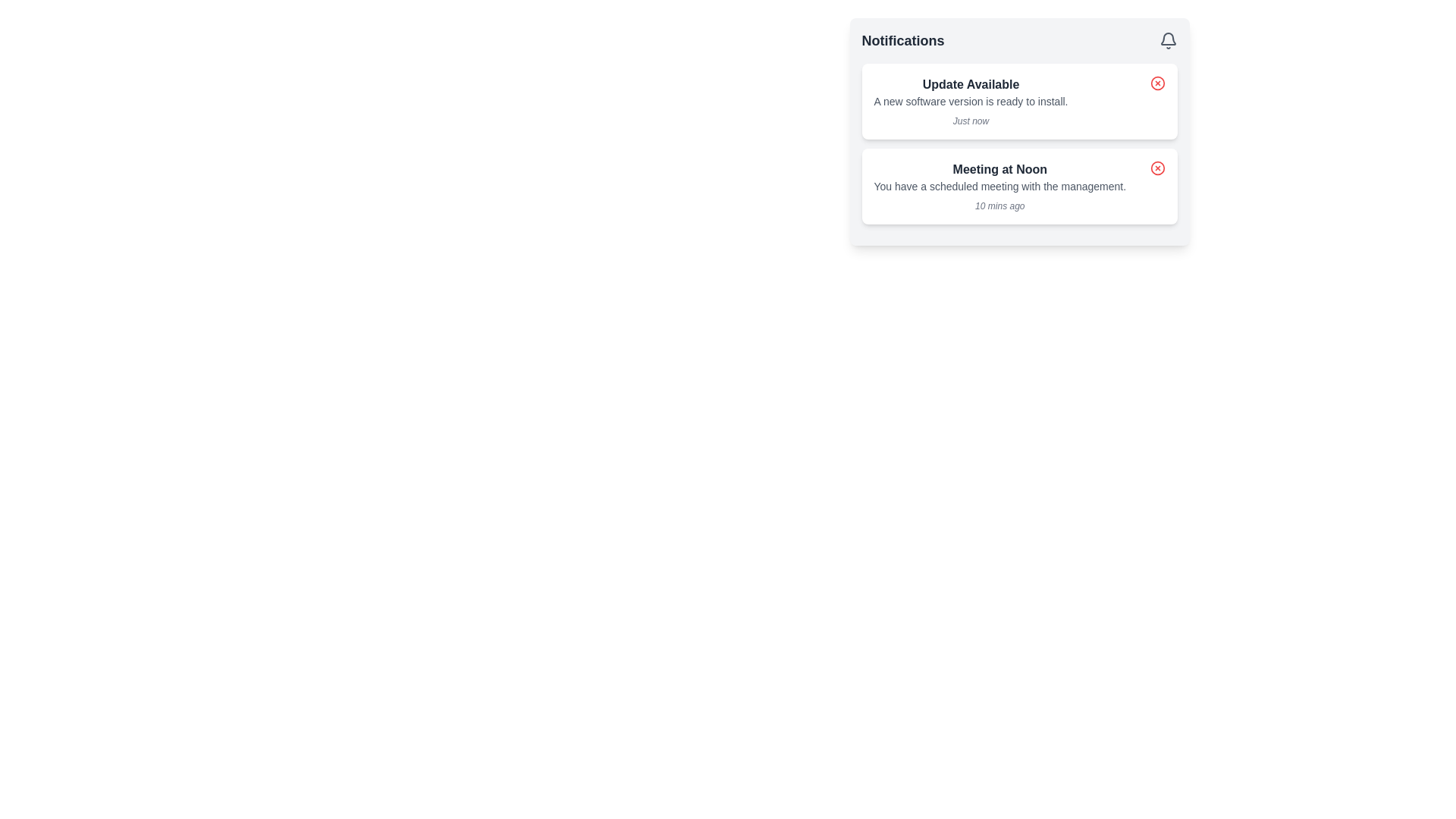 This screenshot has height=819, width=1456. What do you see at coordinates (1019, 102) in the screenshot?
I see `notification card that informs about the availability of a new software update, positioned in the Notifications section above the 'Meeting at Noon' notification` at bounding box center [1019, 102].